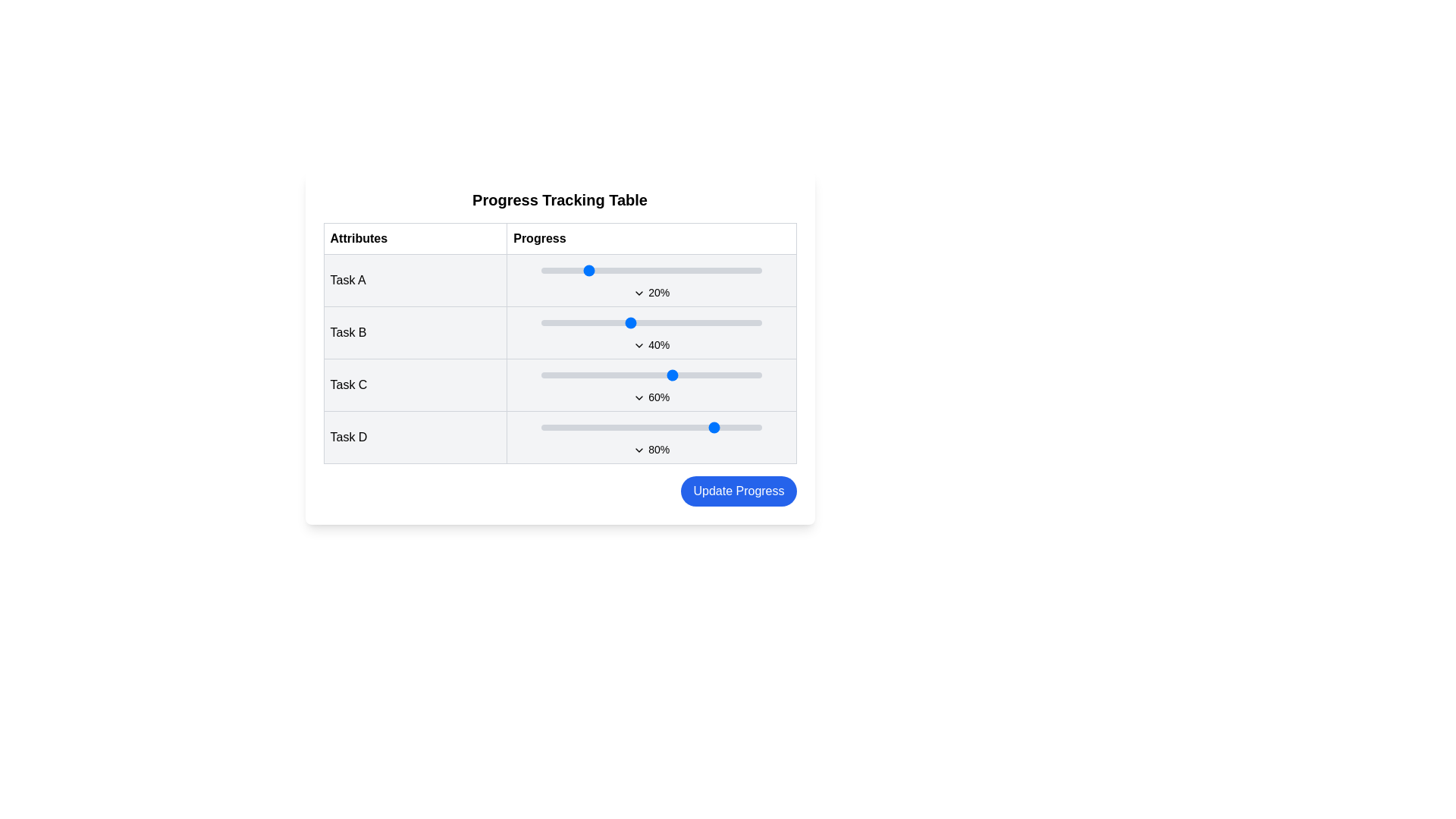  What do you see at coordinates (556, 322) in the screenshot?
I see `progress` at bounding box center [556, 322].